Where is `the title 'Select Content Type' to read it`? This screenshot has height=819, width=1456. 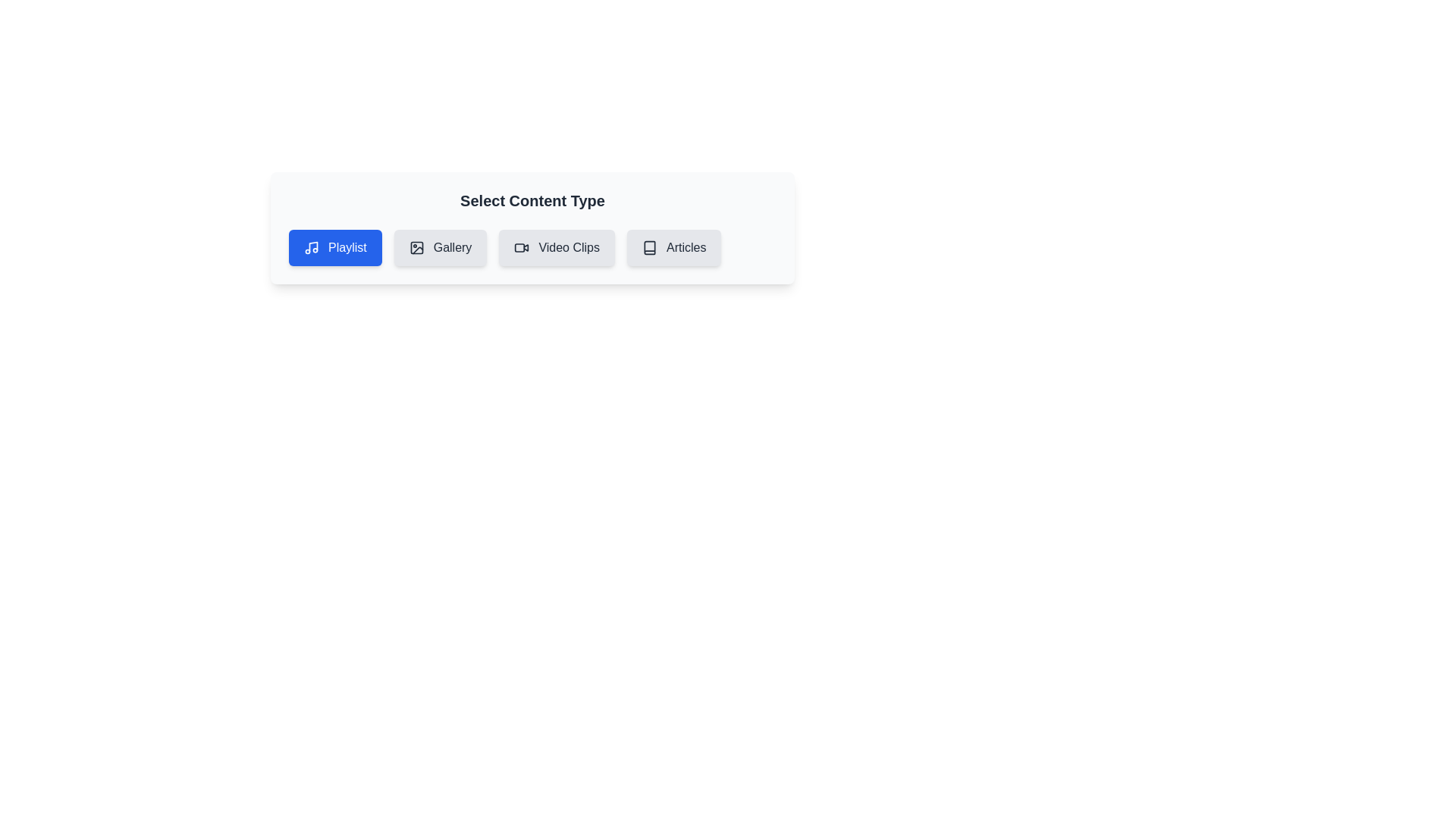
the title 'Select Content Type' to read it is located at coordinates (532, 200).